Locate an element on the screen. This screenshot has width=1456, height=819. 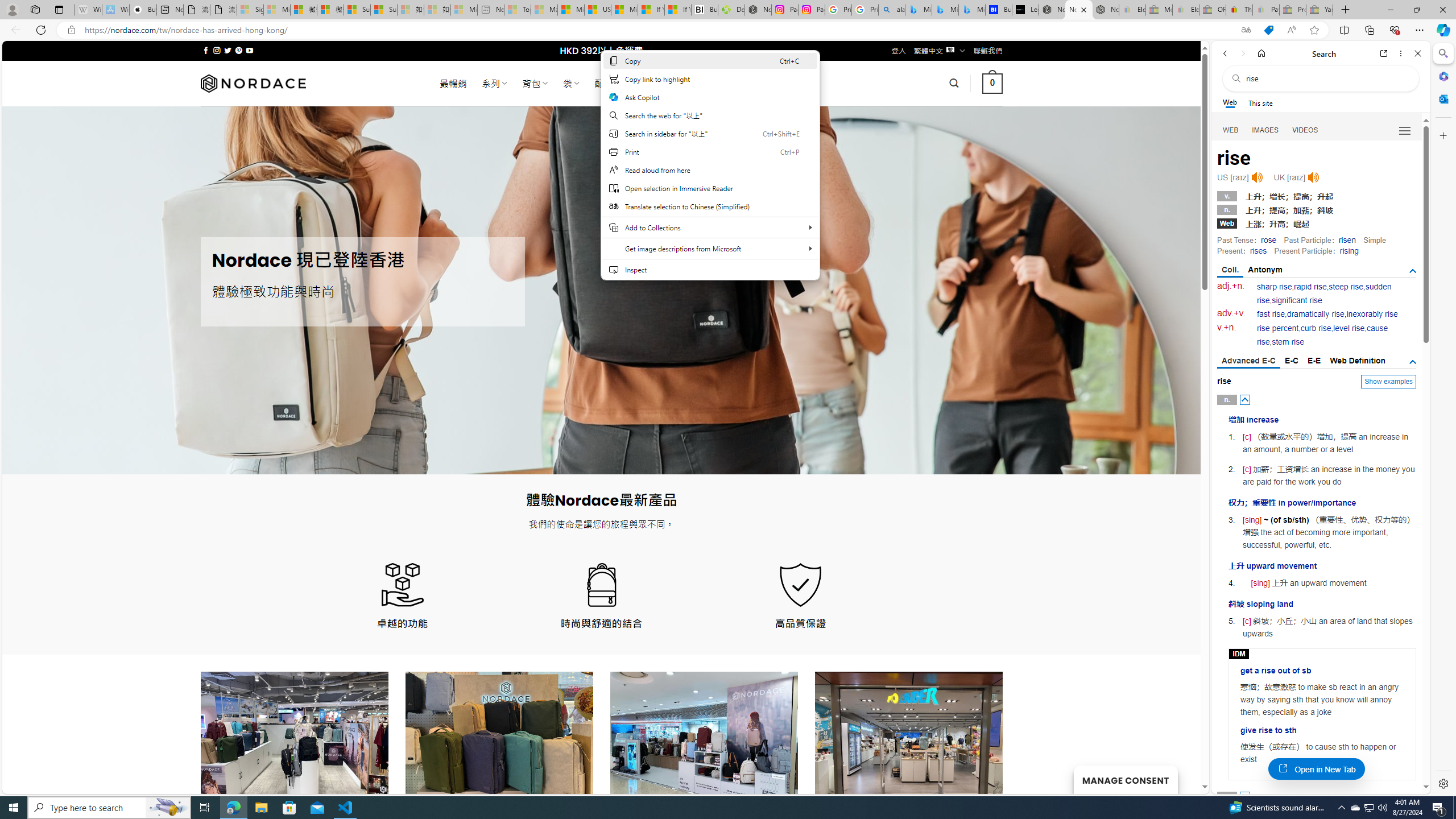
'AutomationID: tgsb' is located at coordinates (1412, 270).